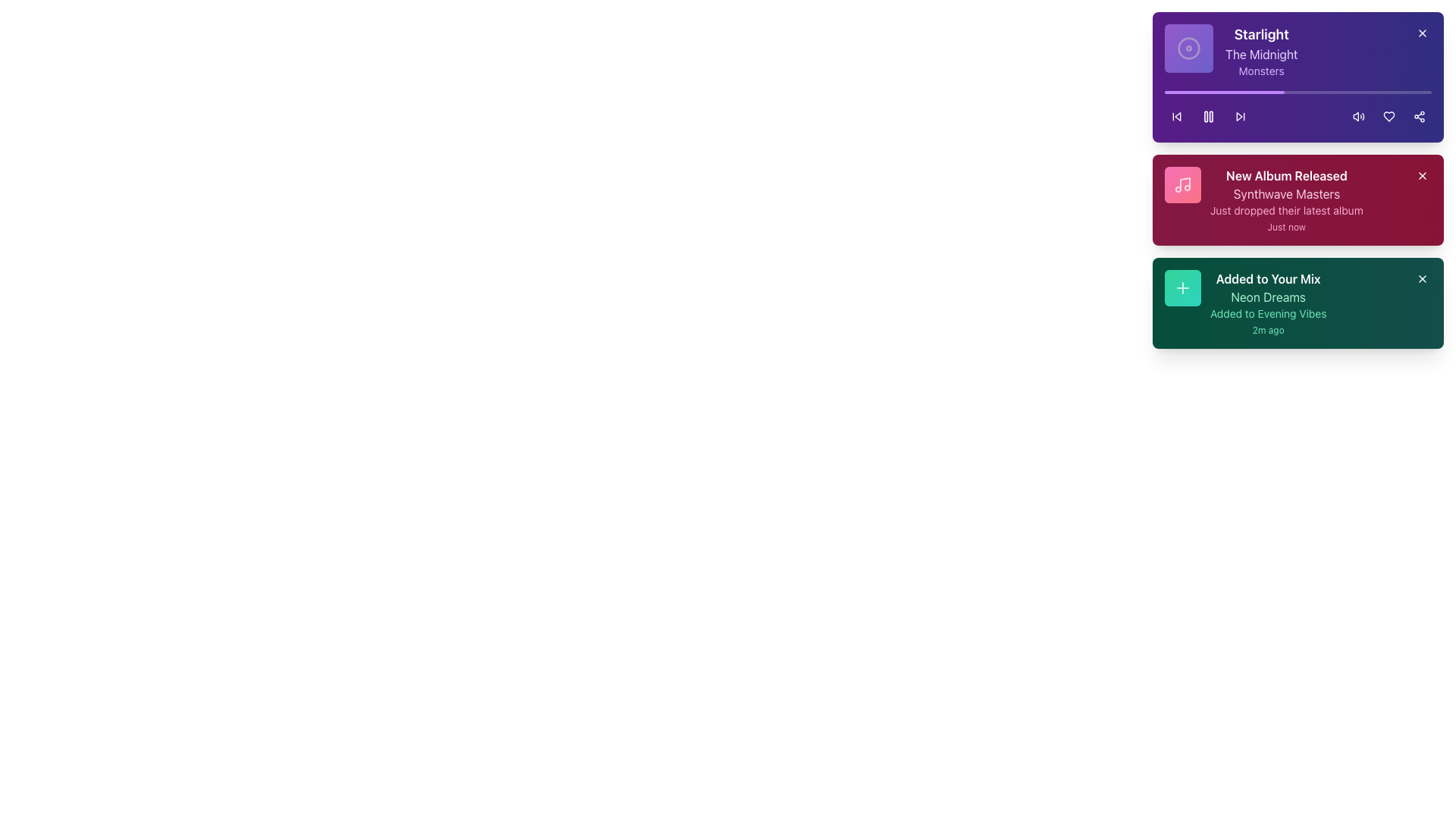 The height and width of the screenshot is (819, 1456). Describe the element at coordinates (1285, 210) in the screenshot. I see `the text label indicating a recent update about an album release` at that location.